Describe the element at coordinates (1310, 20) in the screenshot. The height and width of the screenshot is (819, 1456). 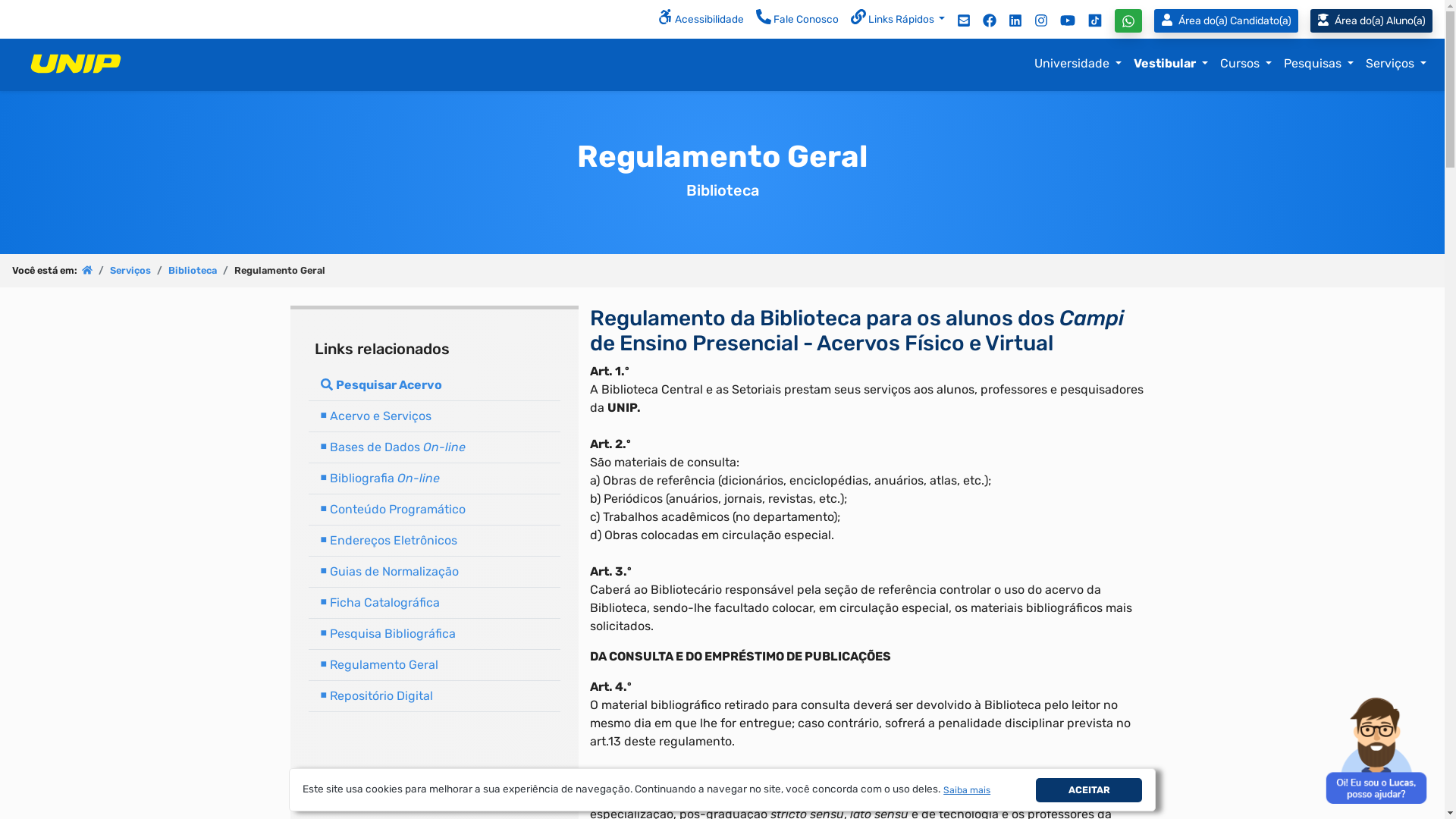
I see `'Aluno(a)'` at that location.